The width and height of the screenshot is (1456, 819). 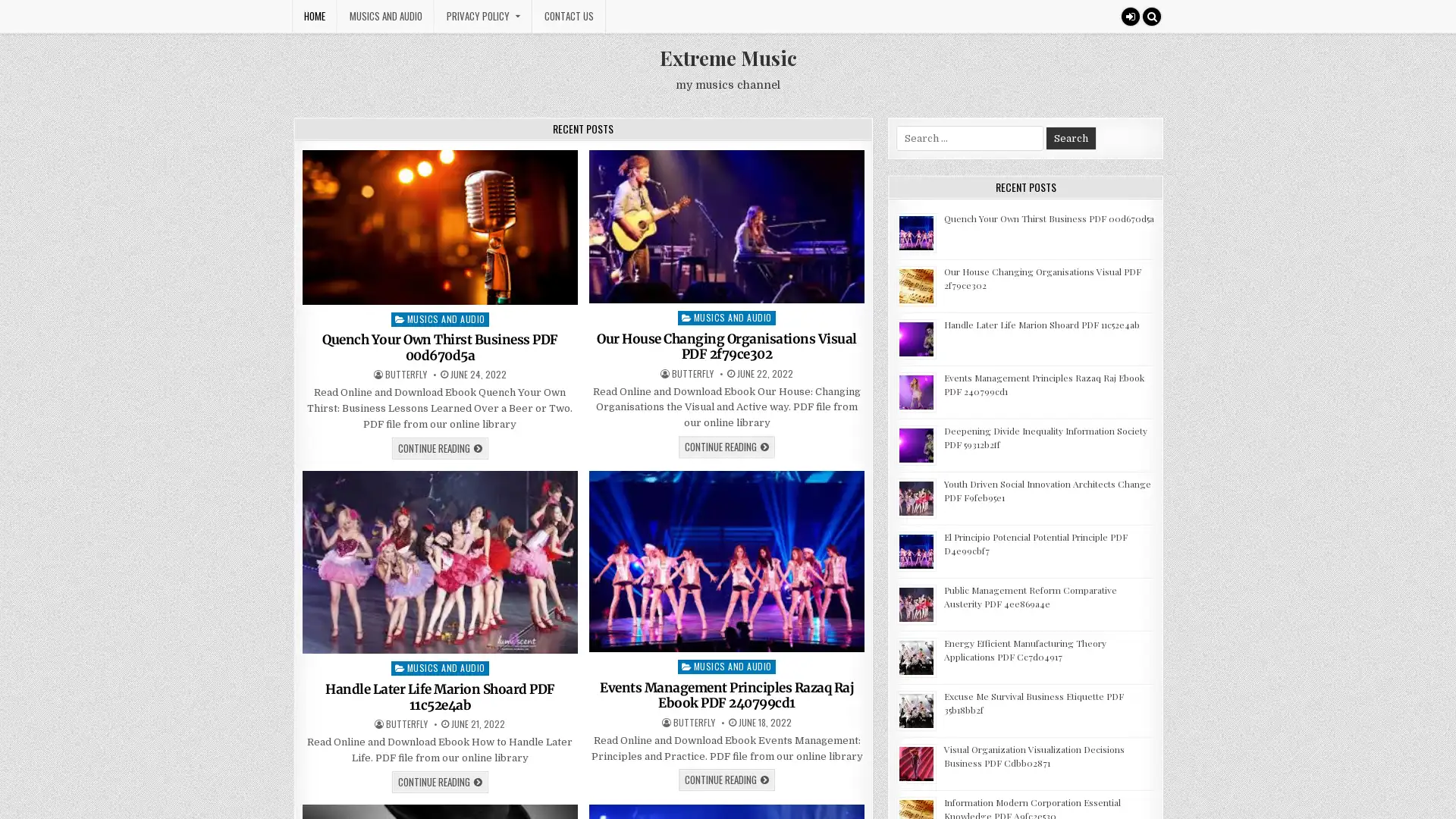 I want to click on Search, so click(x=1070, y=138).